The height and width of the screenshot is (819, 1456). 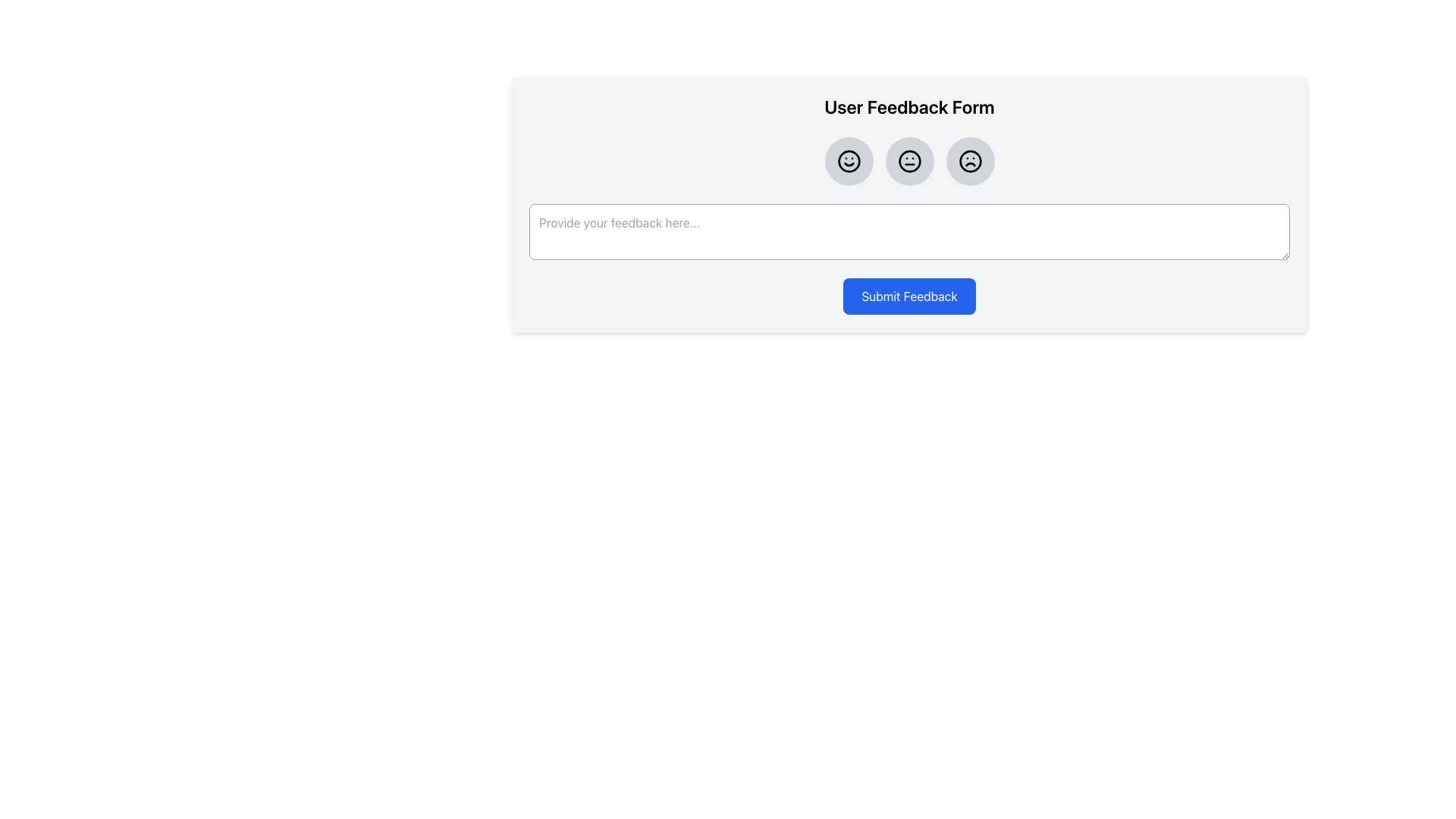 What do you see at coordinates (969, 161) in the screenshot?
I see `the circular button with a frowning face icon` at bounding box center [969, 161].